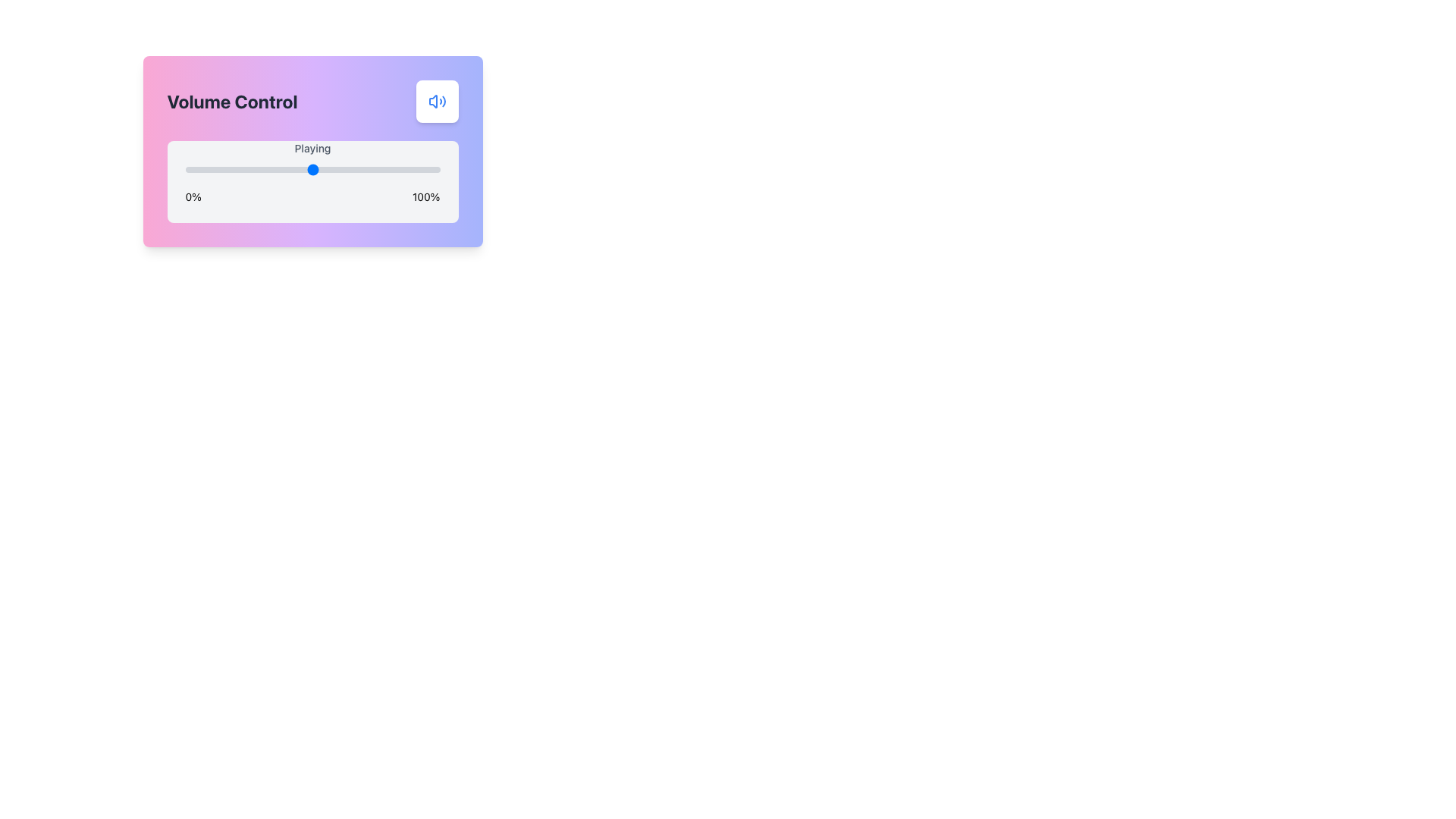  I want to click on the playback position, so click(306, 169).